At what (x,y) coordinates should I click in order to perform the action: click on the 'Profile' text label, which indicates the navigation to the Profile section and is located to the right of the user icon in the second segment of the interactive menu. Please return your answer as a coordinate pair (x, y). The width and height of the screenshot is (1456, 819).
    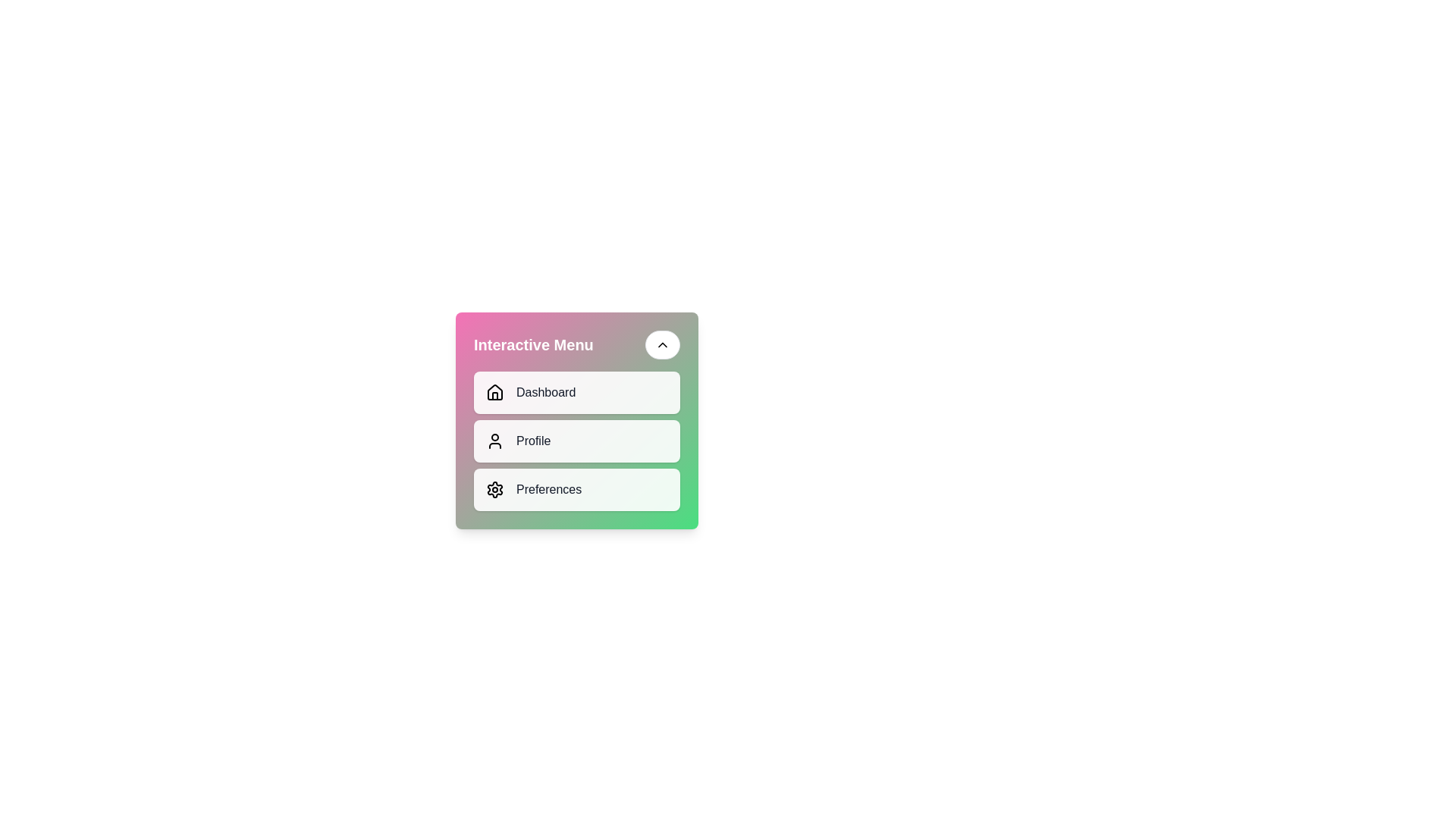
    Looking at the image, I should click on (533, 441).